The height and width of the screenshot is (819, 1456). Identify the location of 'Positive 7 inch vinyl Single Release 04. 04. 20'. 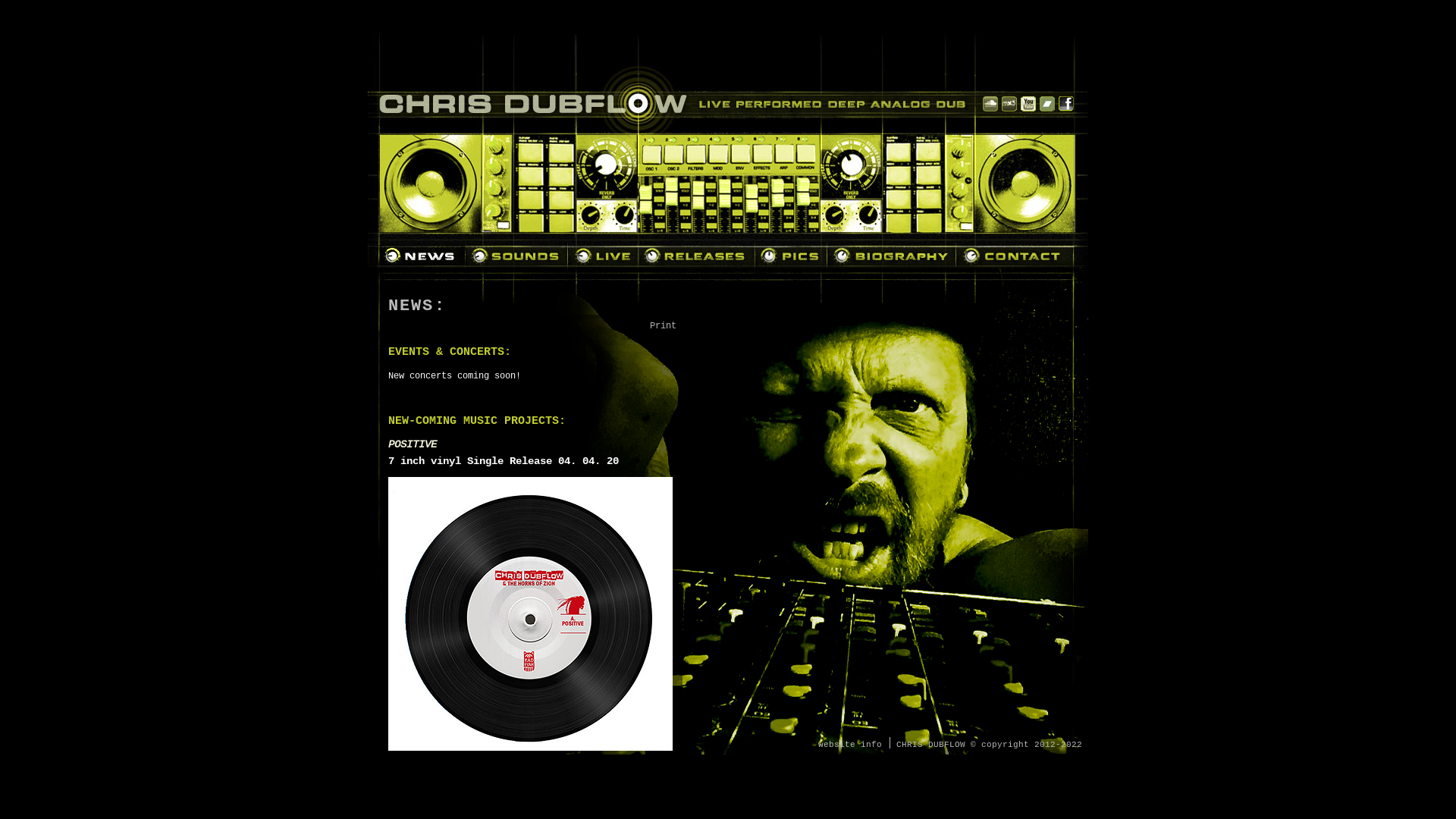
(530, 619).